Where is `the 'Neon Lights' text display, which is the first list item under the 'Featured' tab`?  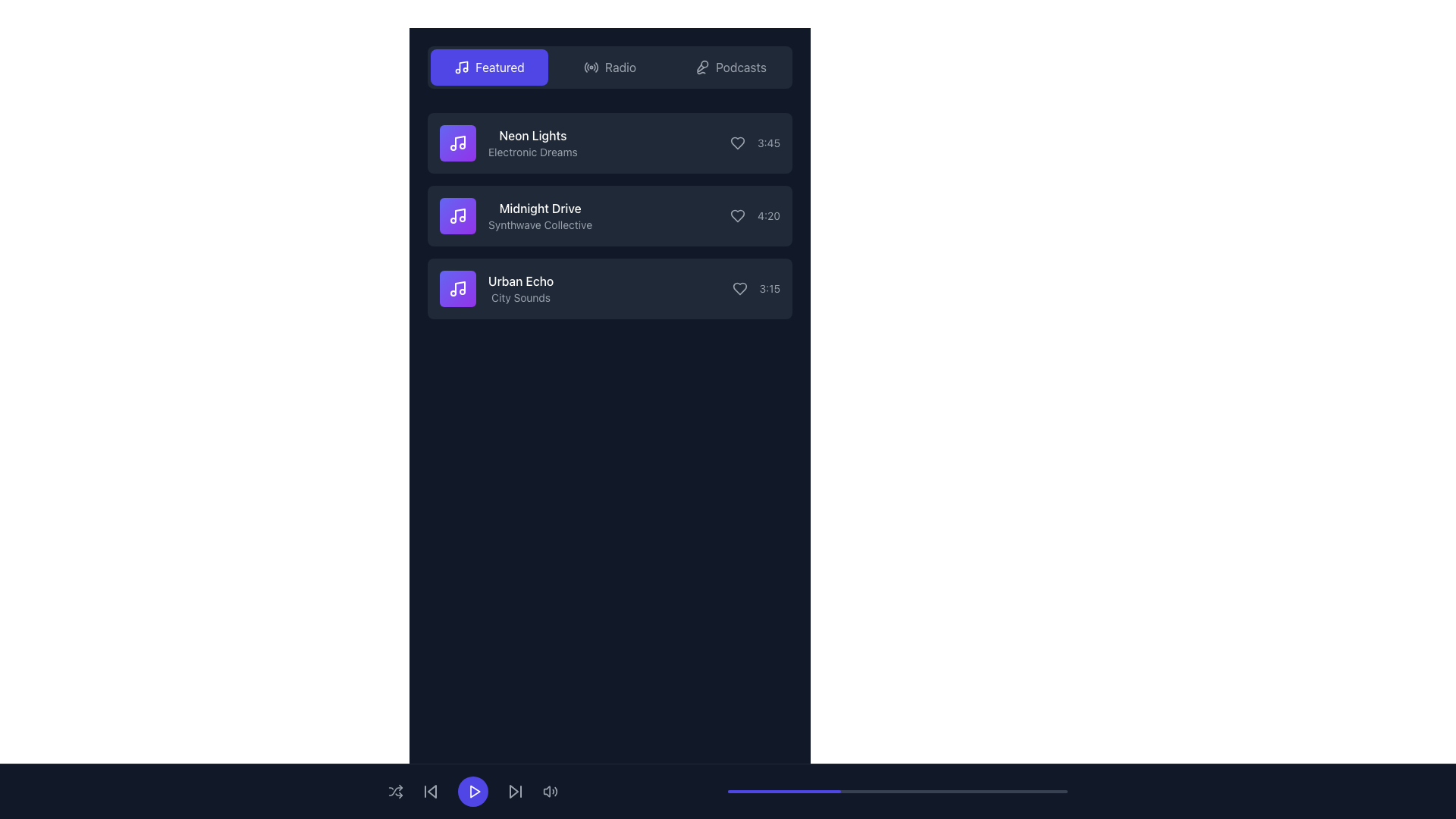
the 'Neon Lights' text display, which is the first list item under the 'Featured' tab is located at coordinates (532, 143).